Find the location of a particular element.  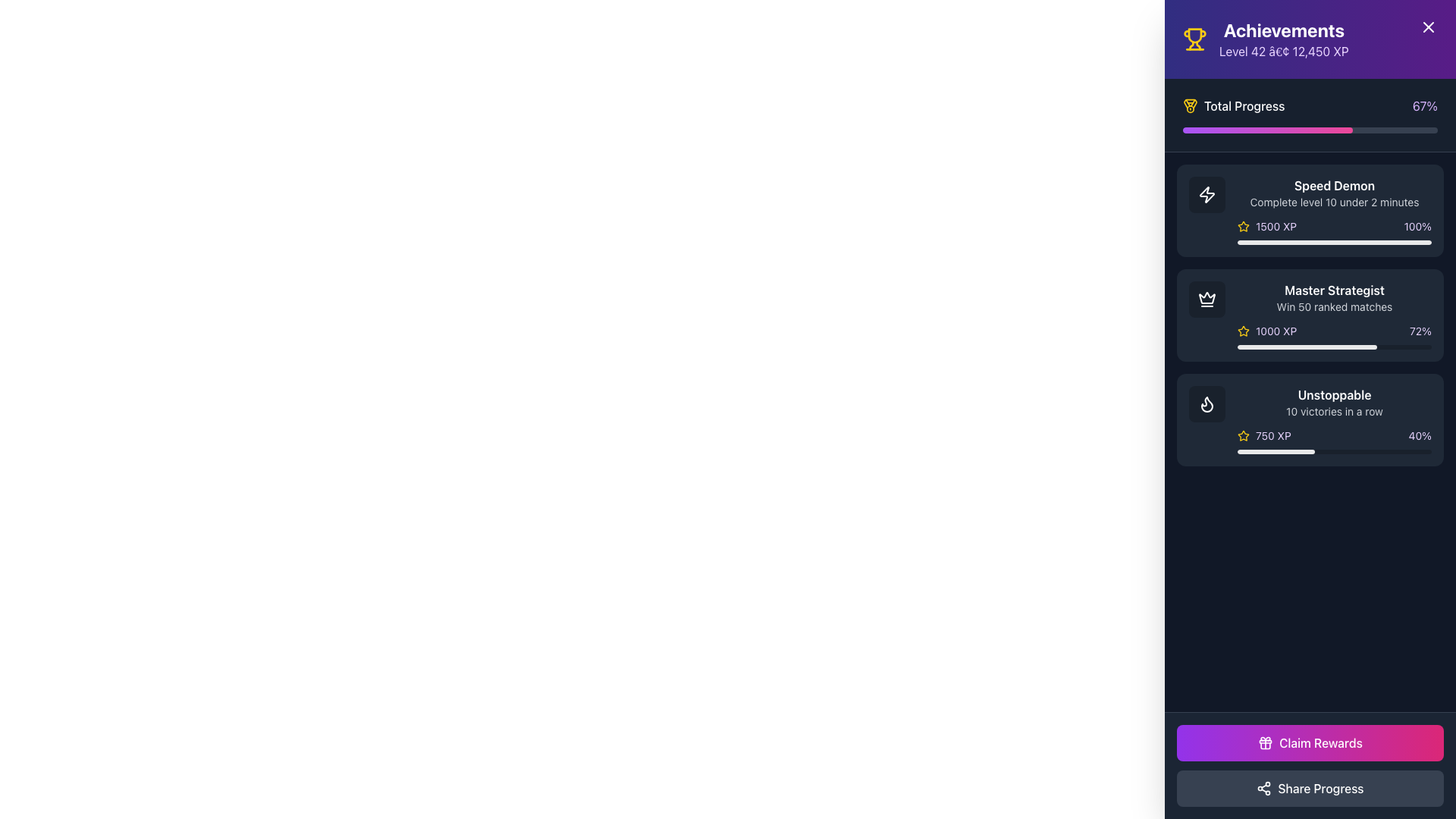

the 'Master Strategist' achievement icon located in the upper-left corner of its card is located at coordinates (1207, 299).